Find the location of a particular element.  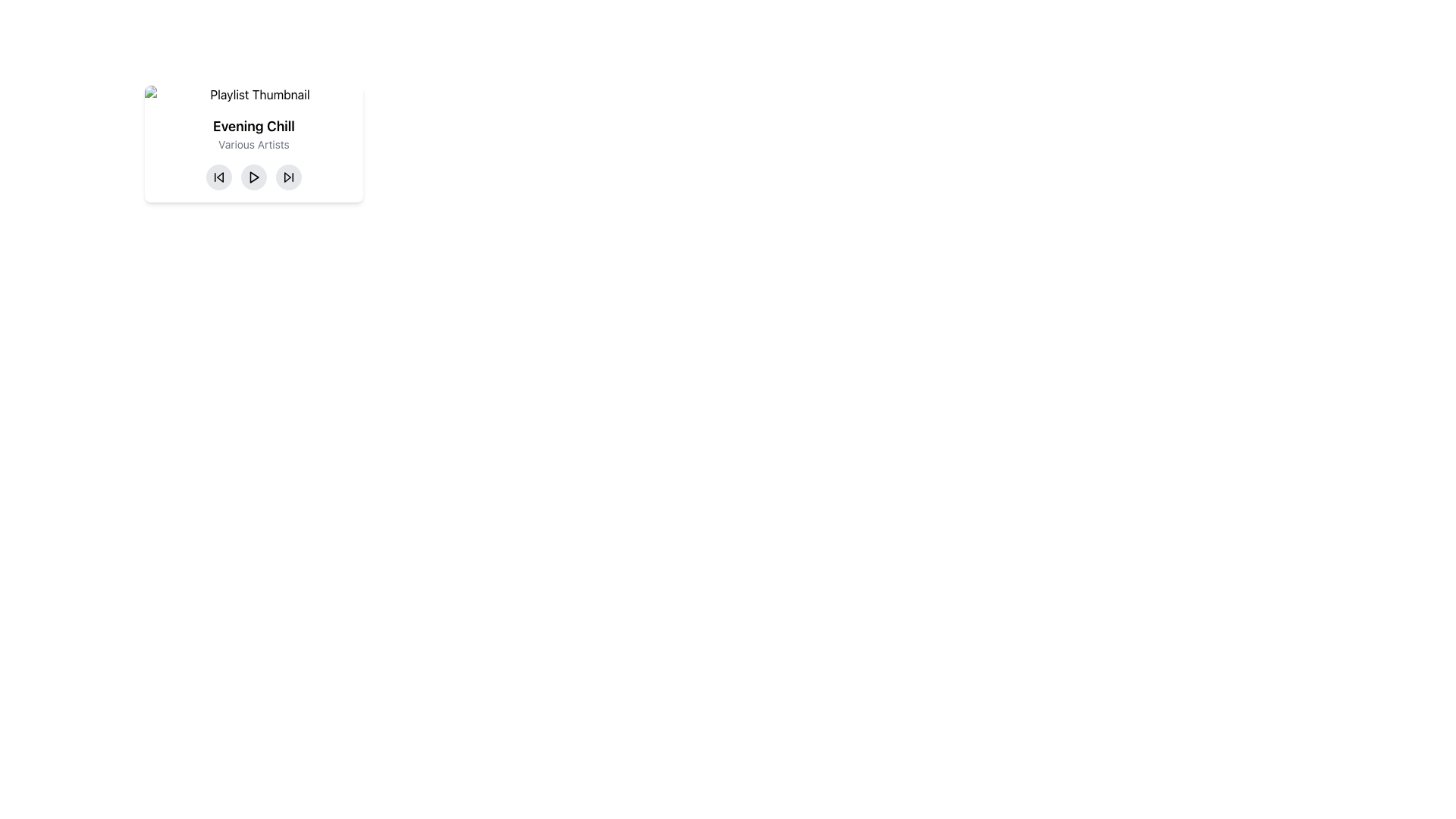

the left-pointing triangular skip back button within the playback control SVG element located at the bottom of the card component is located at coordinates (219, 177).